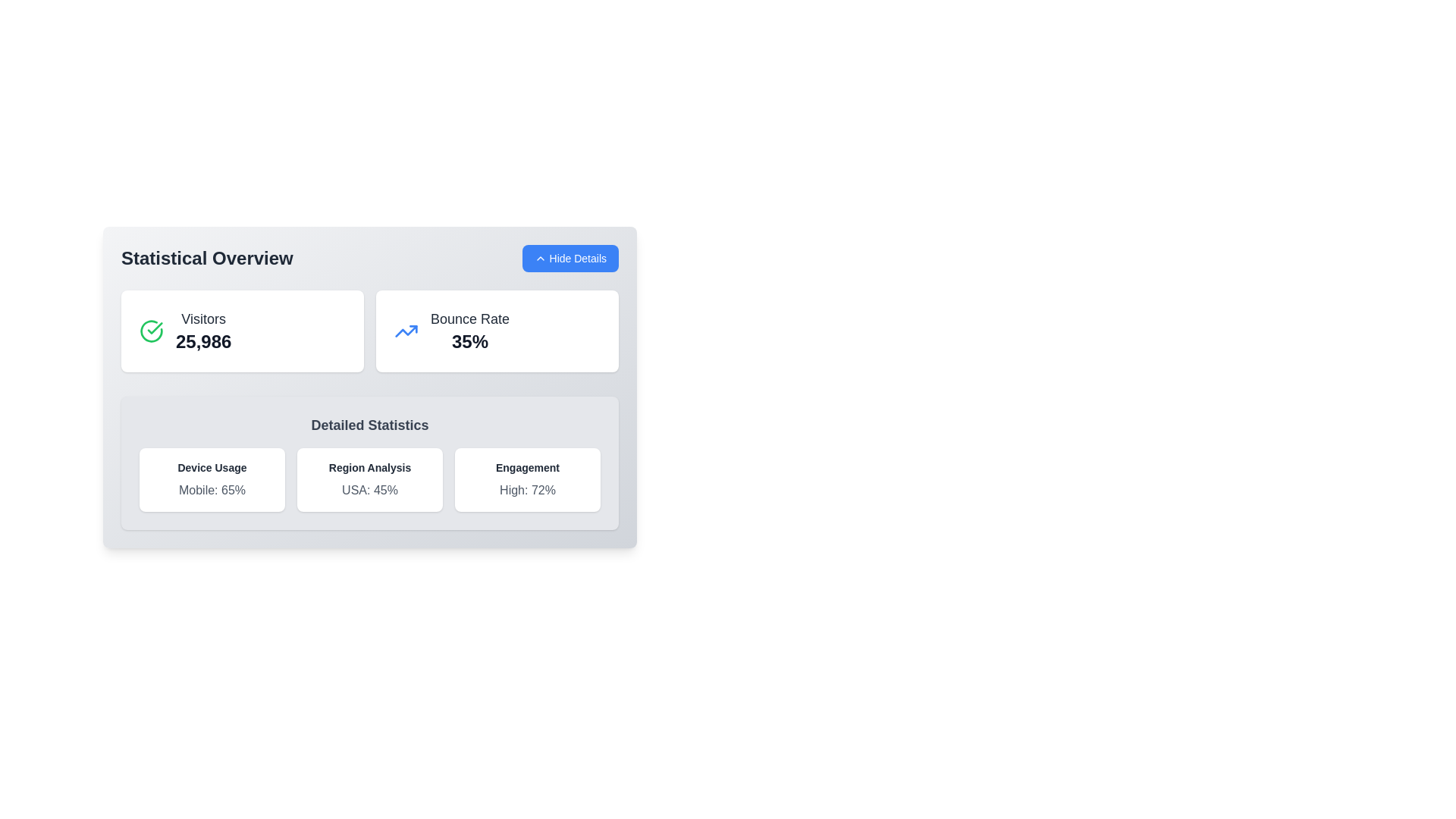 This screenshot has width=1456, height=819. What do you see at coordinates (469, 318) in the screenshot?
I see `the 'Bounce Rate' text label, which is a medium-sized bold gray font located in the top-right section of the statistics overview card layout` at bounding box center [469, 318].